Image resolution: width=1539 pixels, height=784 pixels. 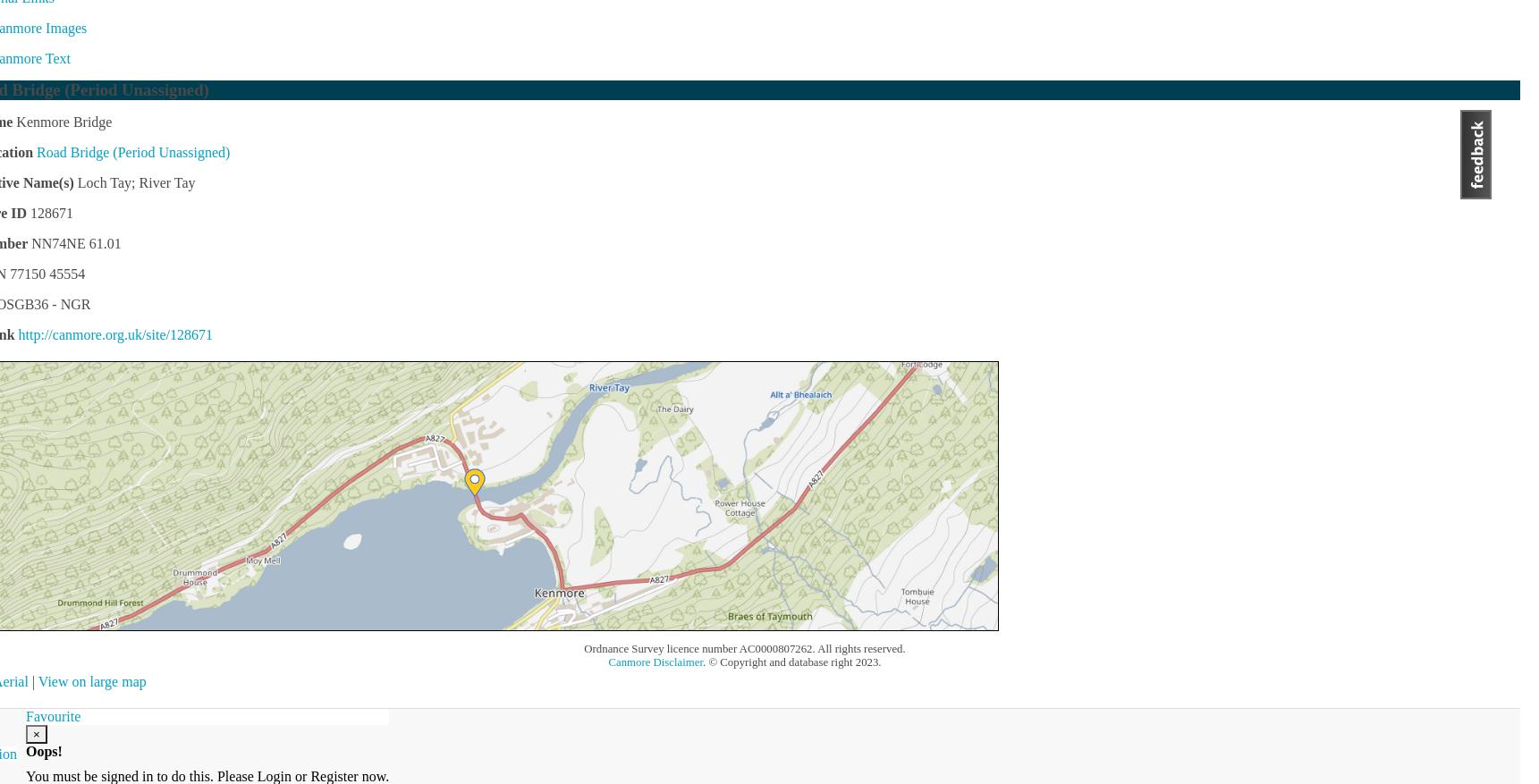 I want to click on '|', so click(x=31, y=680).